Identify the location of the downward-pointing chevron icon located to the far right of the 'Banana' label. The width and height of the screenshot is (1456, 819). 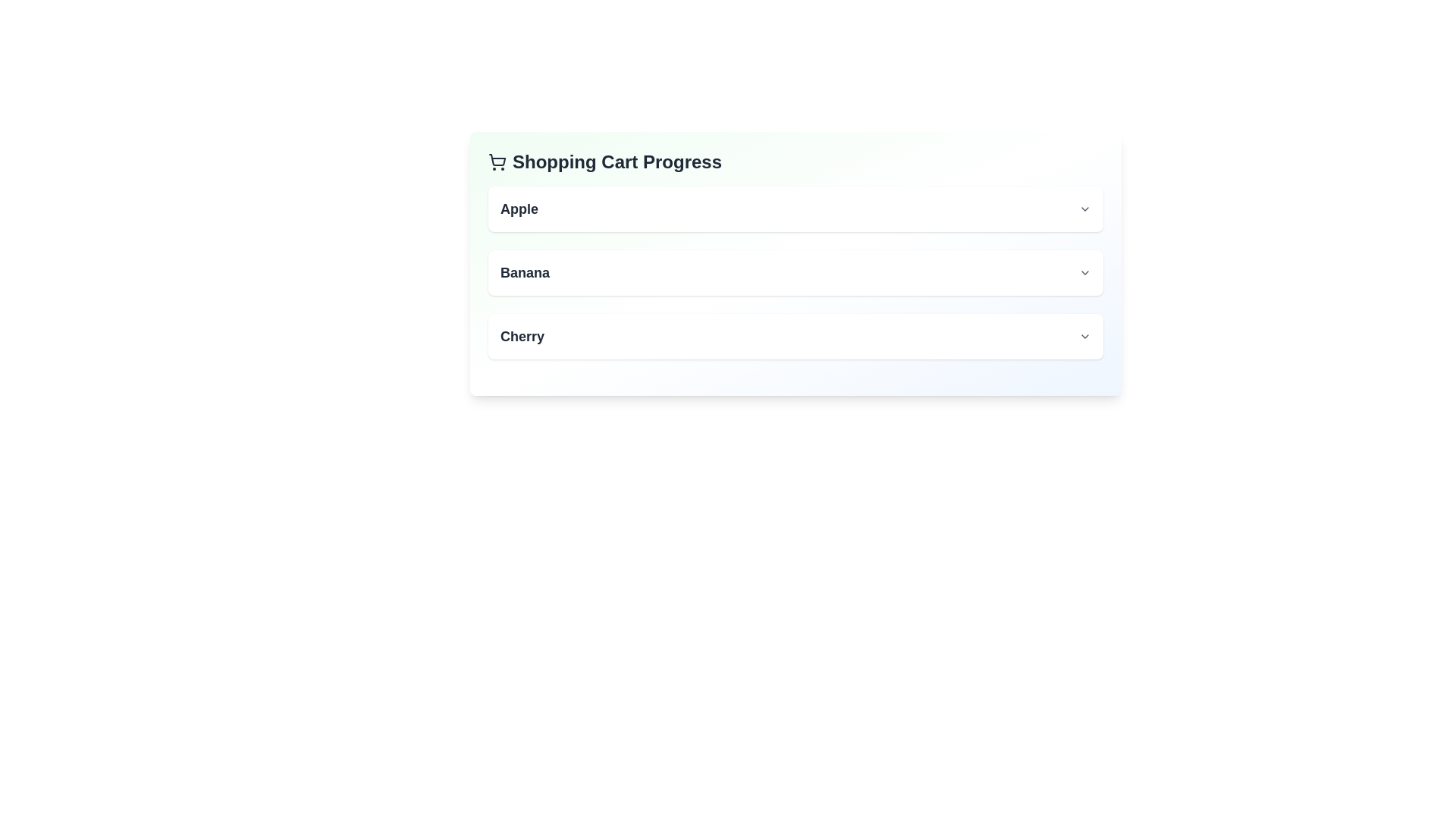
(1084, 271).